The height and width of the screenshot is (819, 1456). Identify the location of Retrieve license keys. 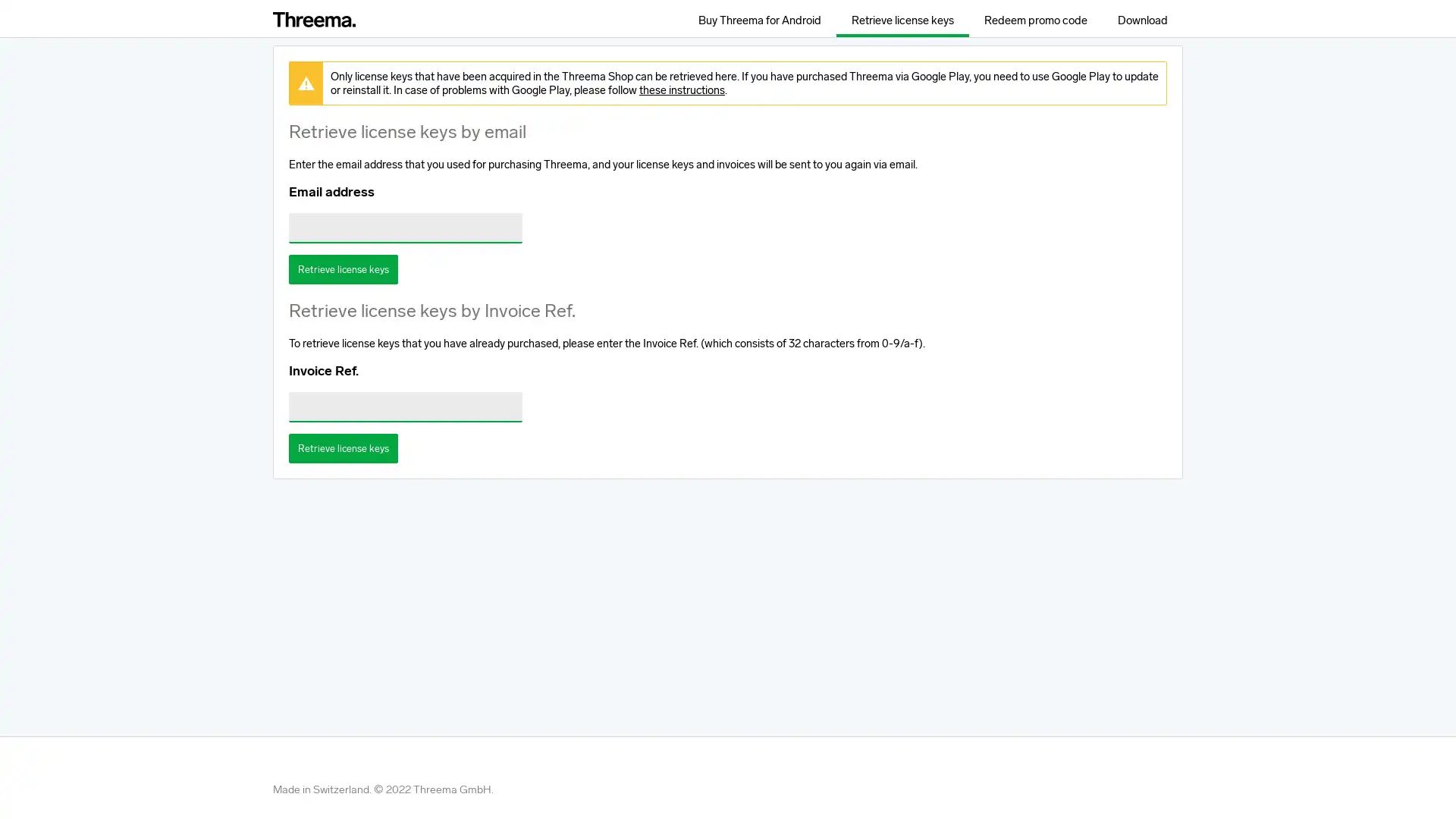
(342, 447).